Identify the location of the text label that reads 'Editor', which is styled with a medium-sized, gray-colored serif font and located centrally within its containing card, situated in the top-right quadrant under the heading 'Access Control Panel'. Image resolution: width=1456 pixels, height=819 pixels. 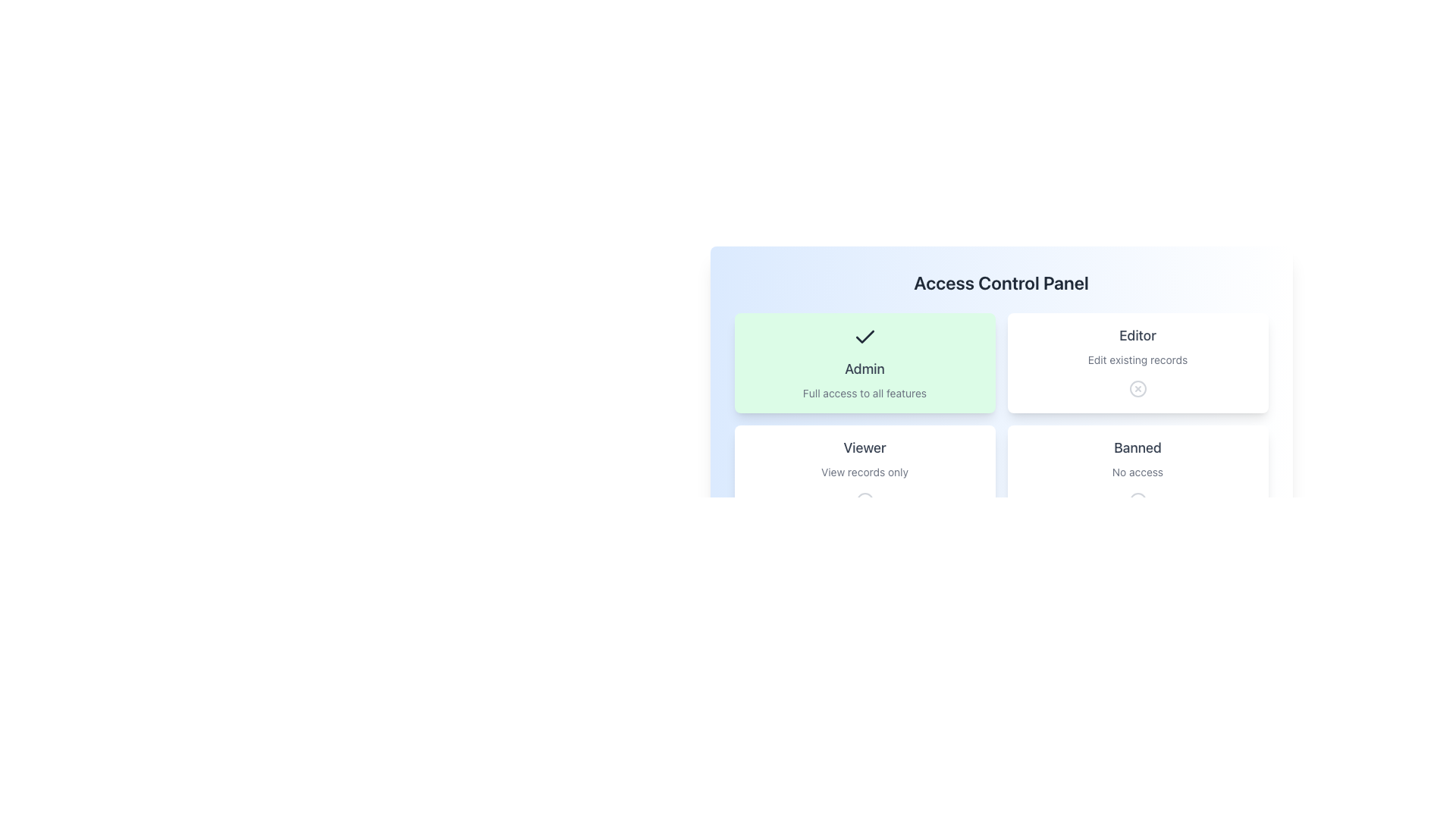
(1137, 335).